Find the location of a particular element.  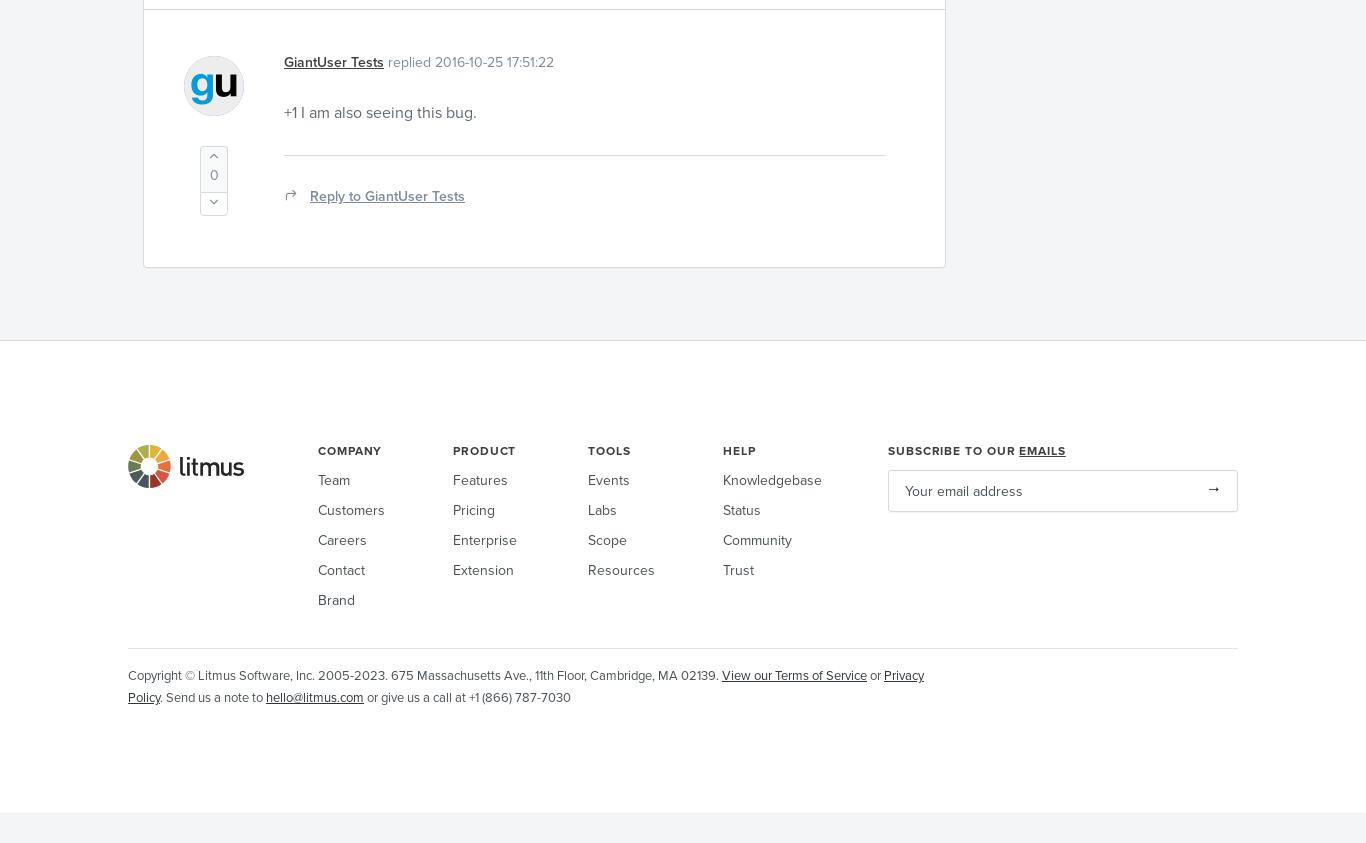

'Privacy Policy' is located at coordinates (526, 685).